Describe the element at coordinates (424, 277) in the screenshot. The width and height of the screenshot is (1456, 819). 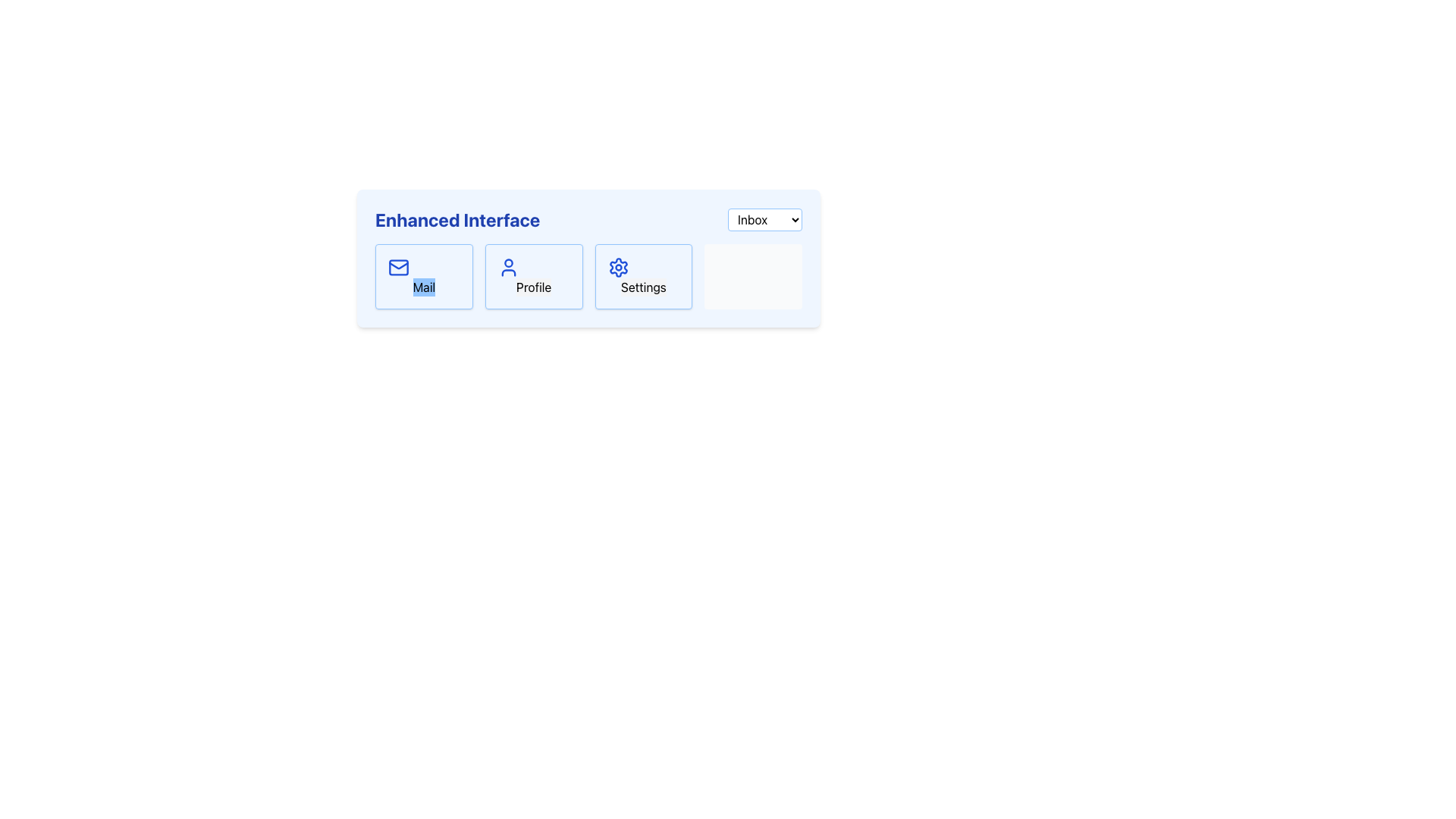
I see `the 'Mail' button, which is a rectangular box with a light blue background and a blue mail icon at the top-left, located in the top-left corner of the grid layout` at that location.